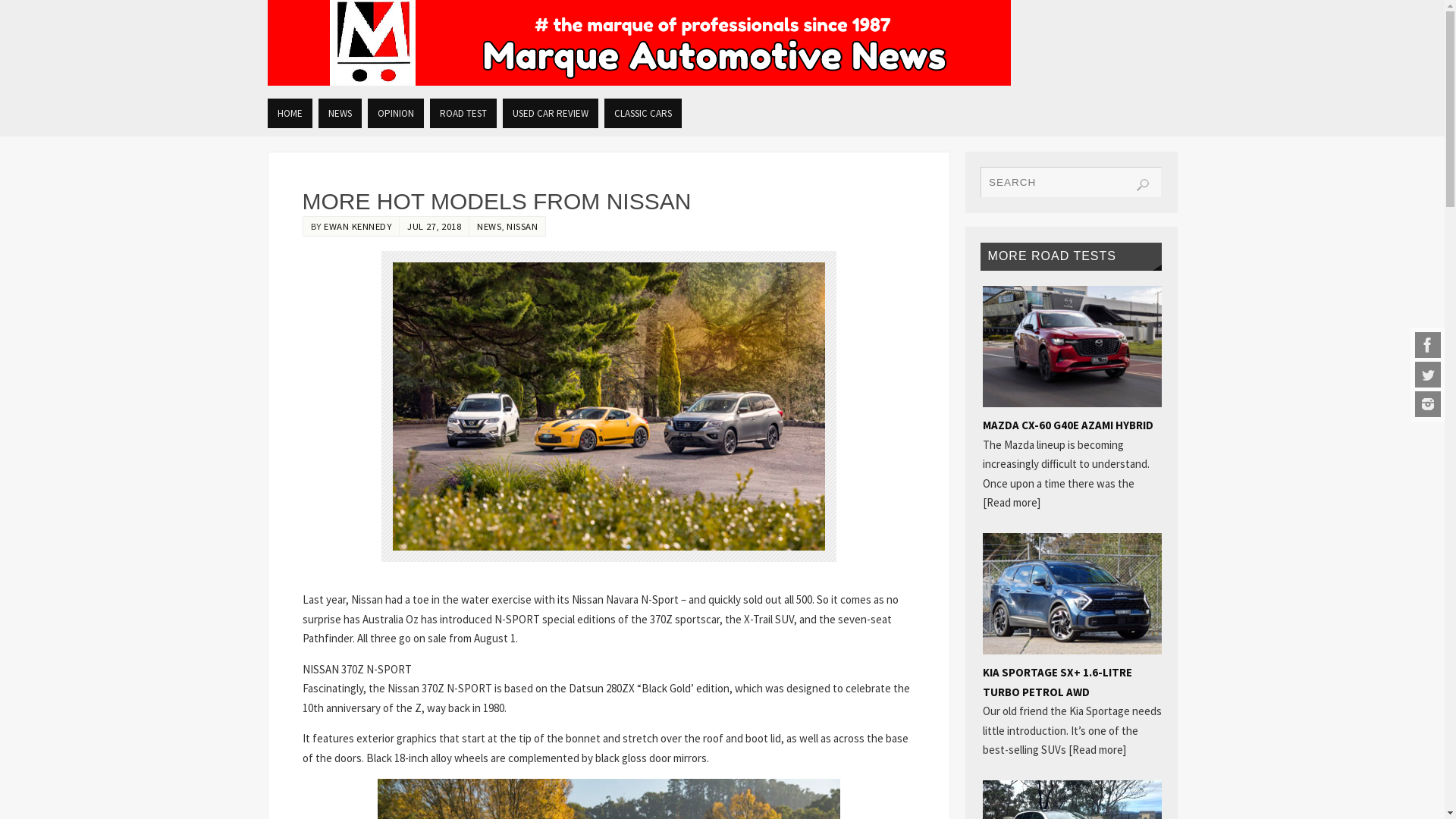 This screenshot has width=1456, height=819. Describe the element at coordinates (1067, 425) in the screenshot. I see `'MAZDA CX-60 G40E AZAMI HYBRID'` at that location.